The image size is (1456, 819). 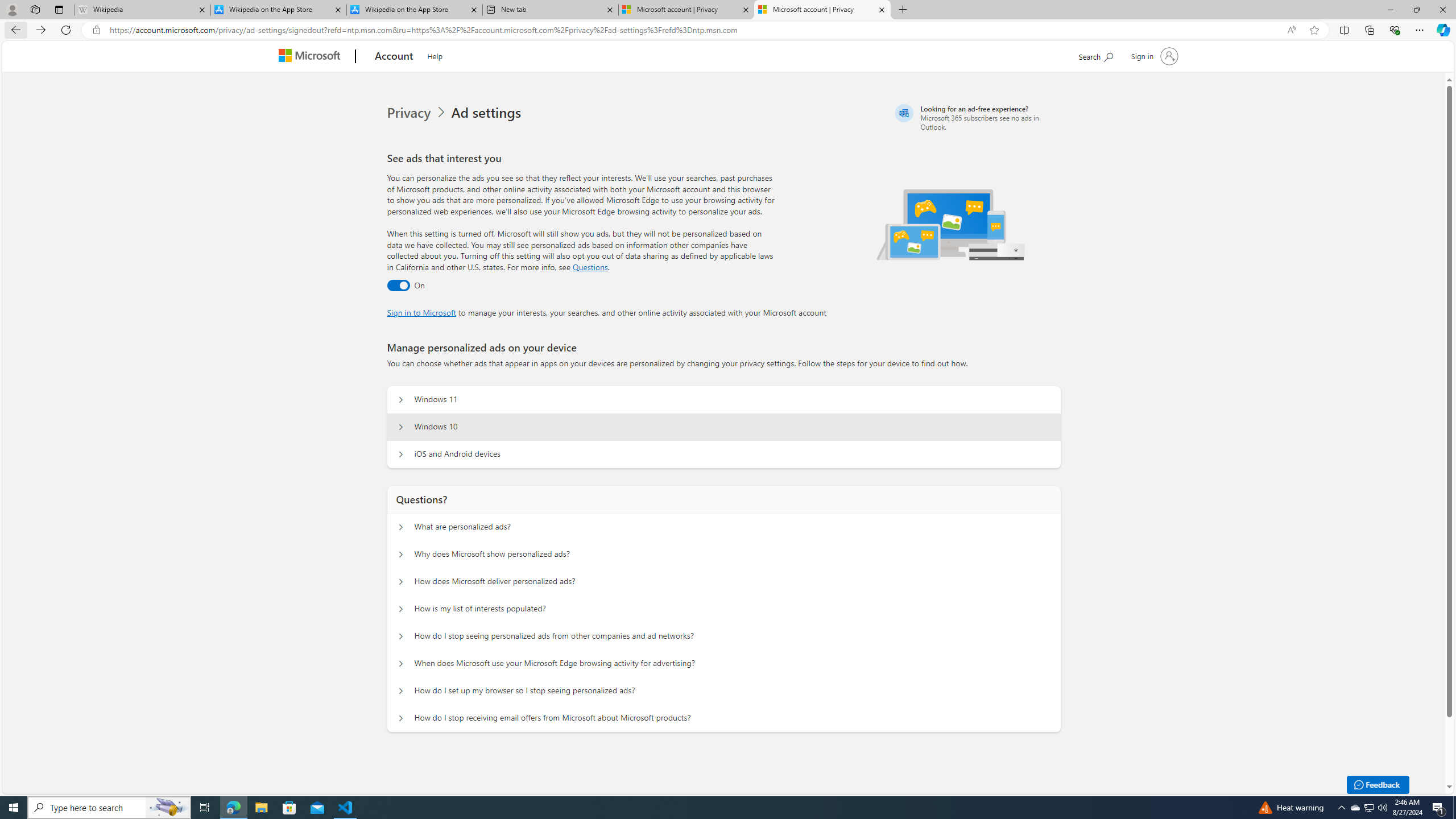 What do you see at coordinates (1394, 29) in the screenshot?
I see `'Browser essentials'` at bounding box center [1394, 29].